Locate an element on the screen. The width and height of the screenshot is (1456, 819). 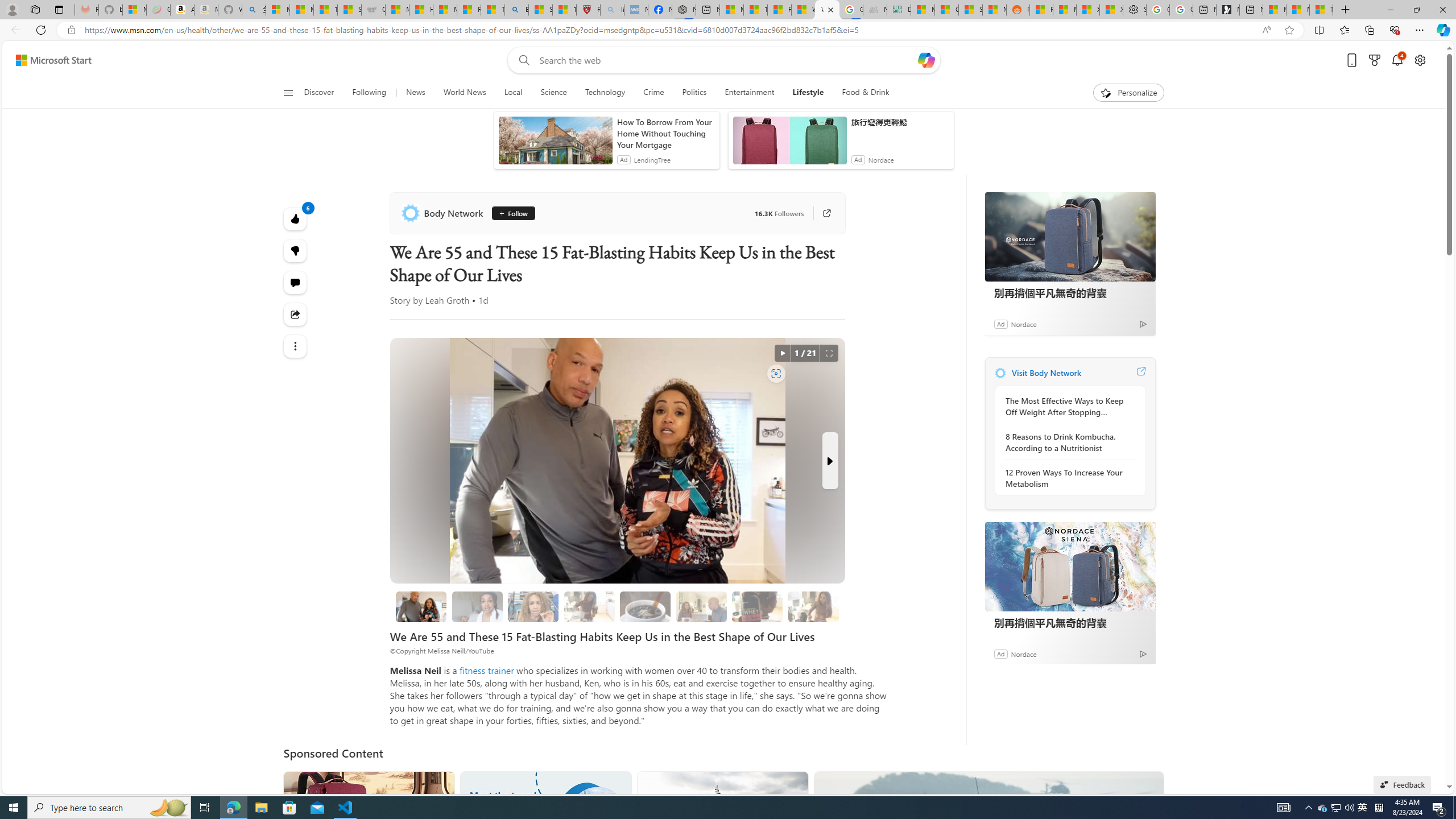
'These 3 Stocks Pay You More Than 5% to Own Them' is located at coordinates (1321, 9).